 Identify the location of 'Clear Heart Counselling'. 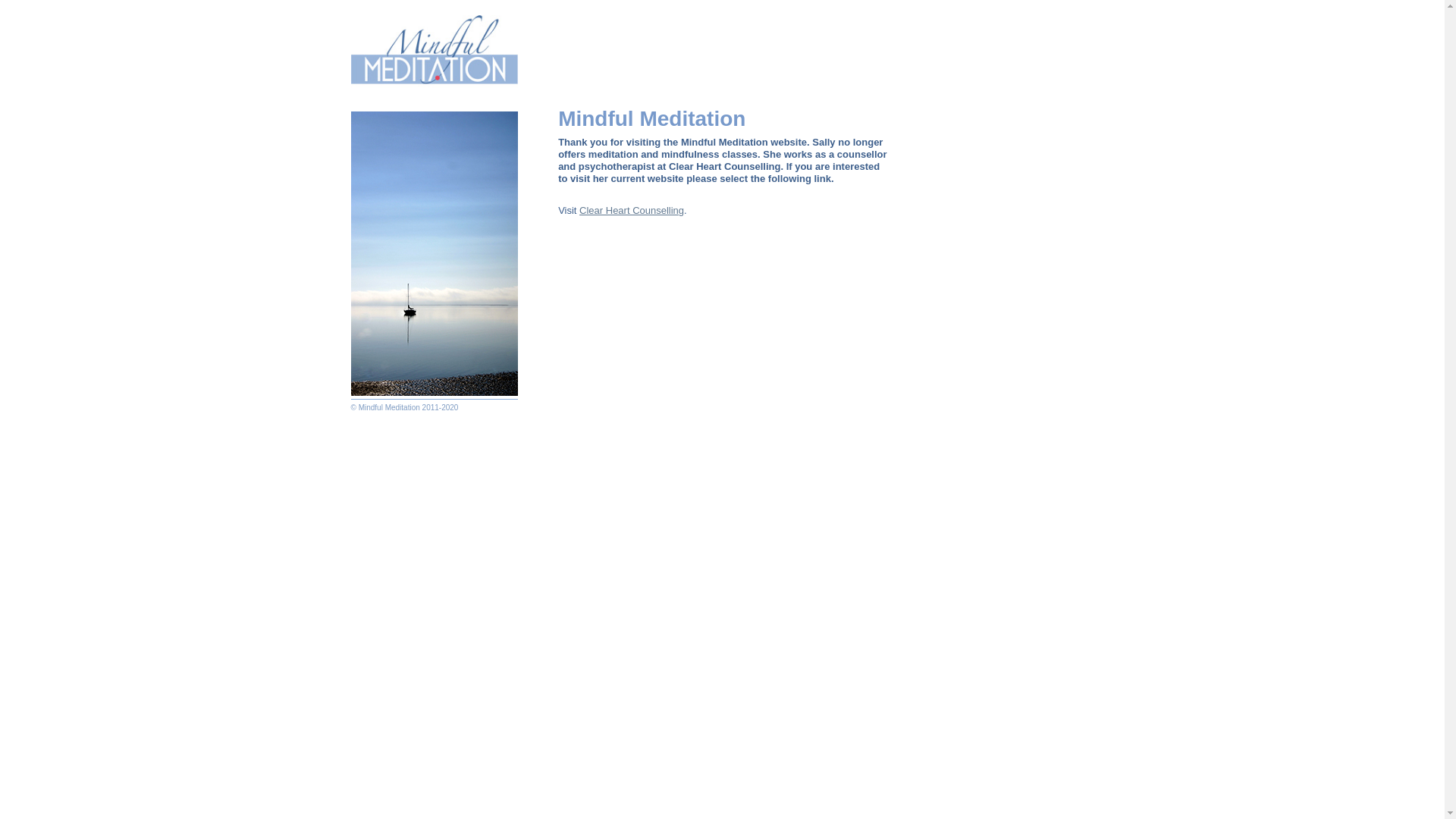
(578, 210).